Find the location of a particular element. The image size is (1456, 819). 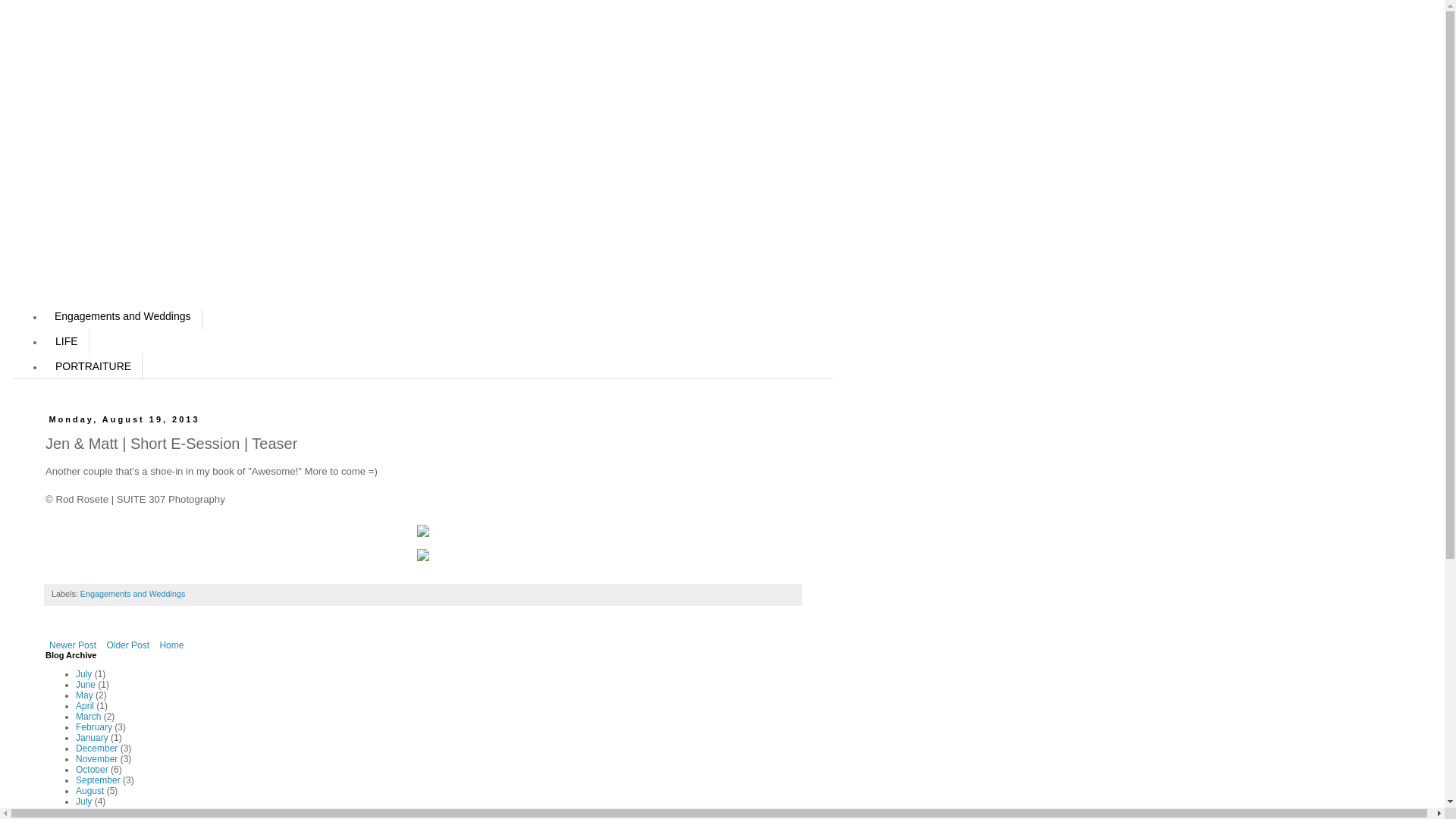

'PORTRAITURE' is located at coordinates (43, 366).